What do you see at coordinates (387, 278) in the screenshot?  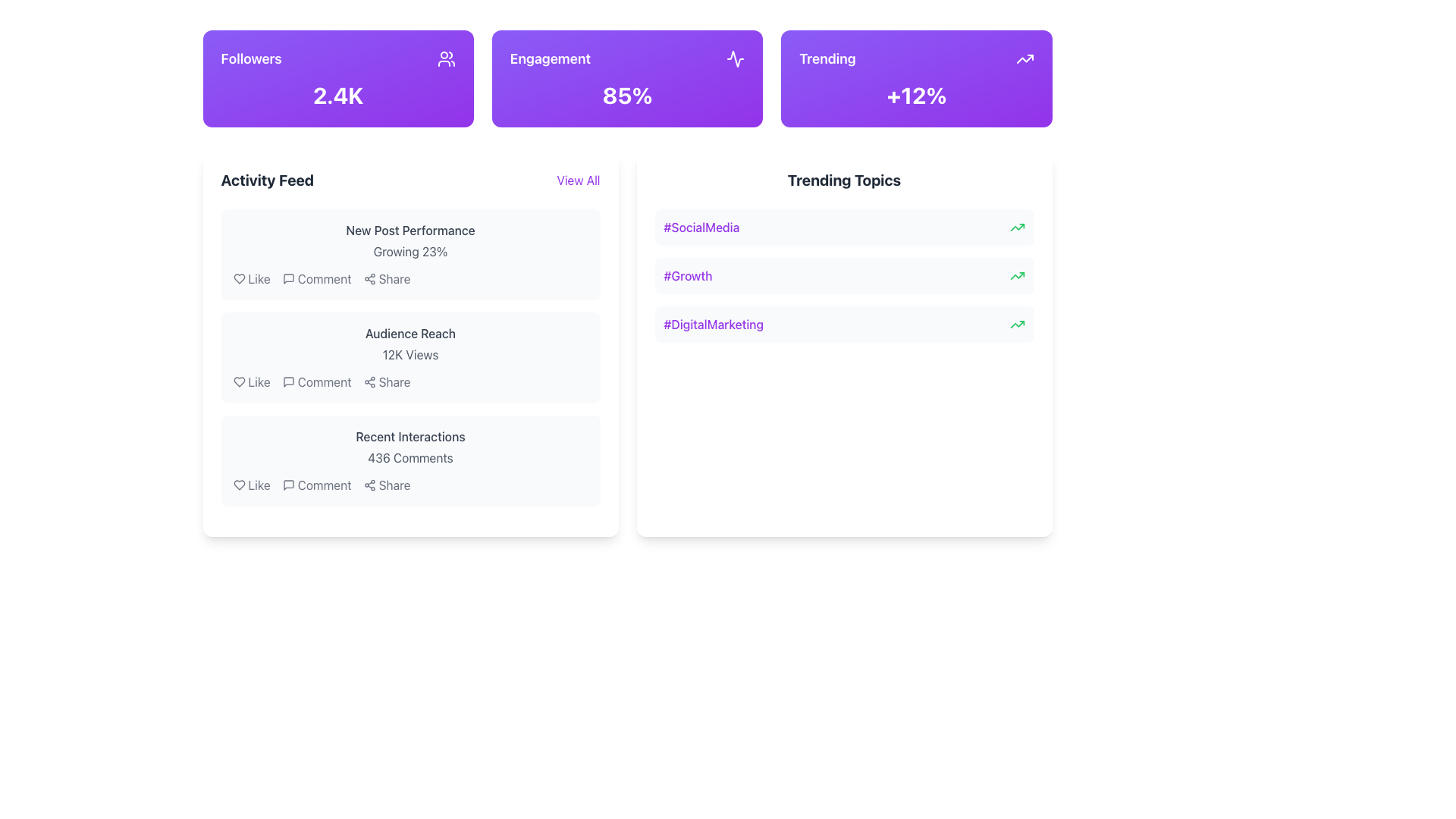 I see `the share button with icon and label, which is the third button in the row` at bounding box center [387, 278].